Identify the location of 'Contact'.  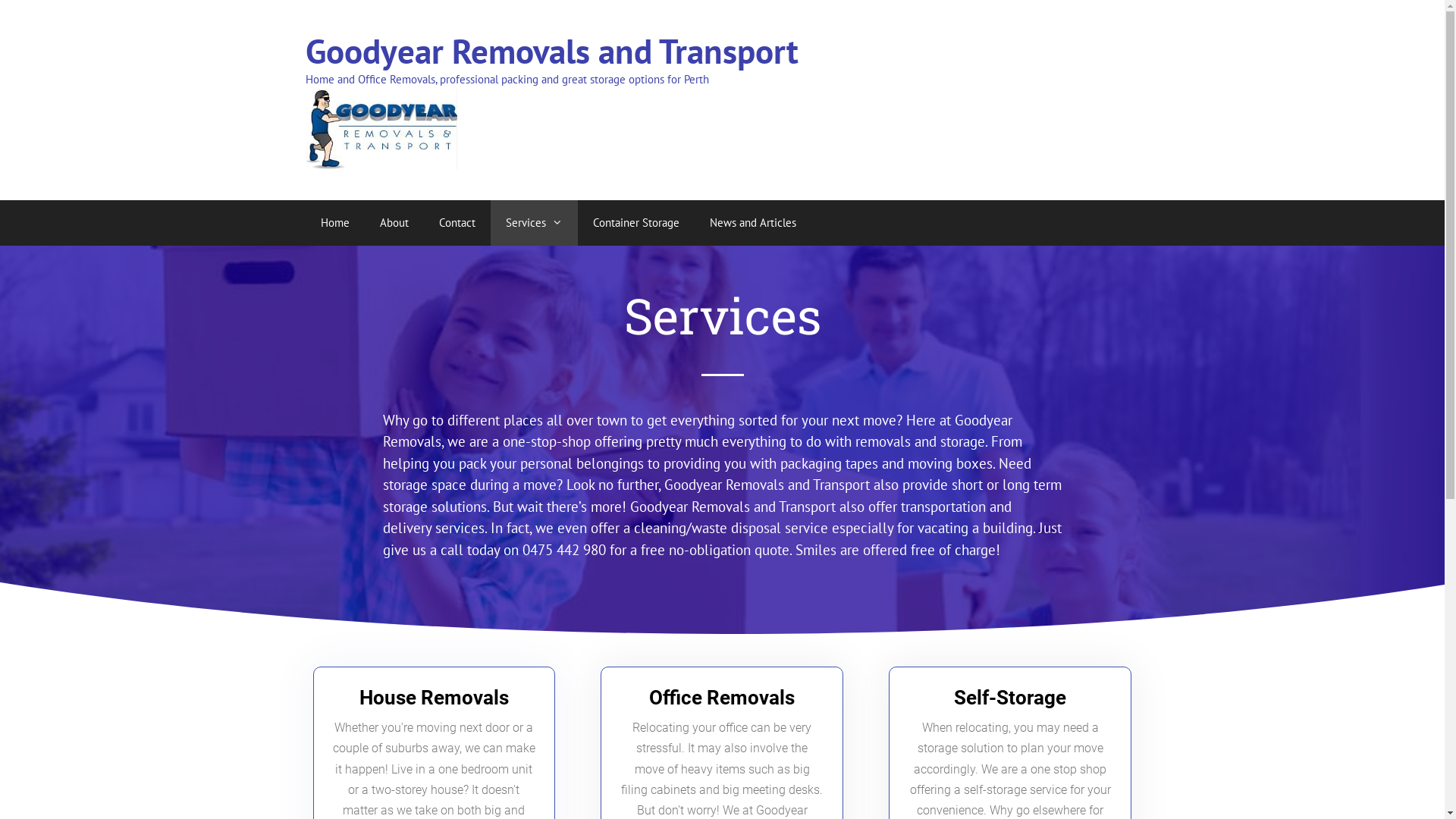
(455, 222).